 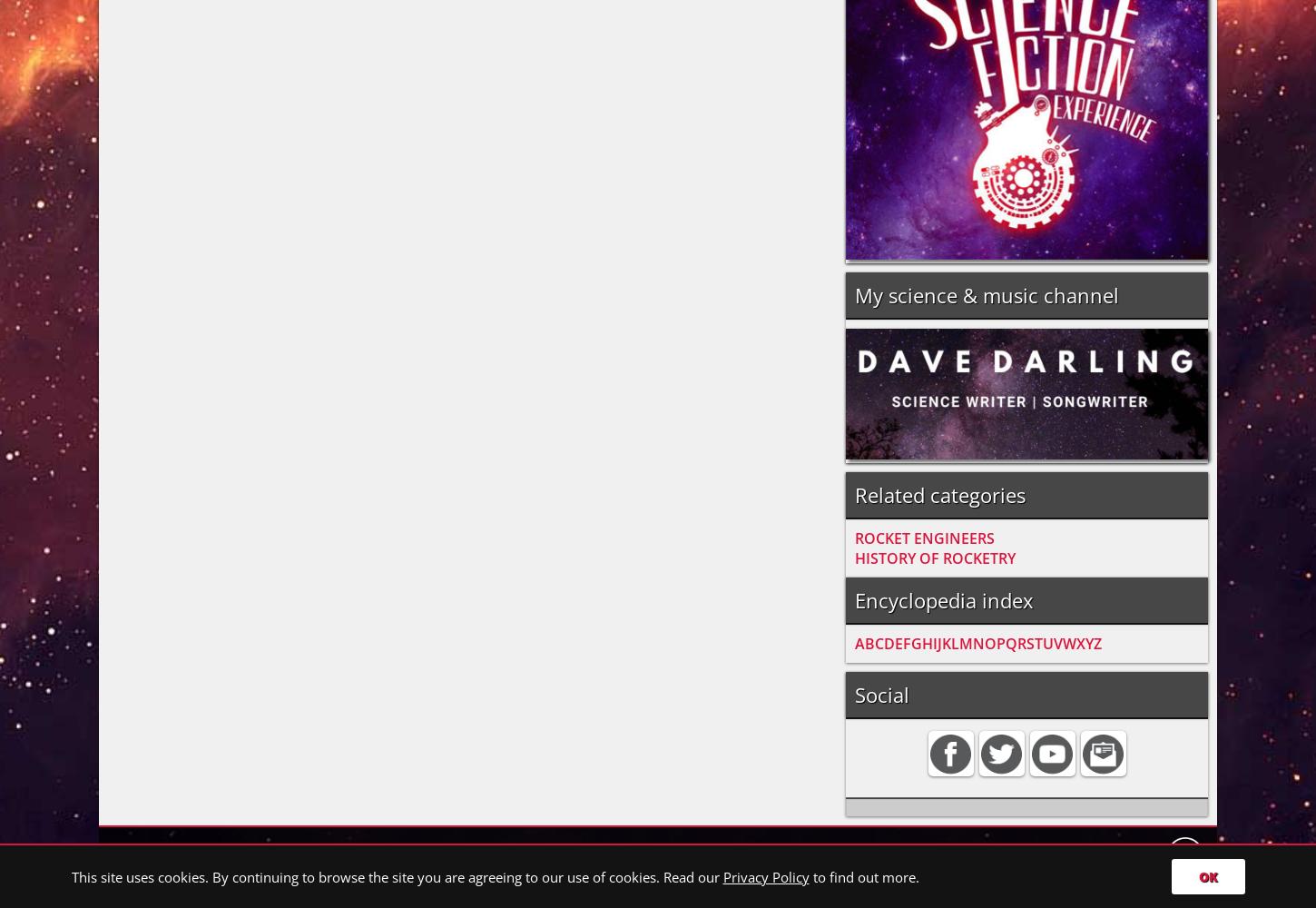 What do you see at coordinates (854, 537) in the screenshot?
I see `'ROCKET 
              ENGINEERS'` at bounding box center [854, 537].